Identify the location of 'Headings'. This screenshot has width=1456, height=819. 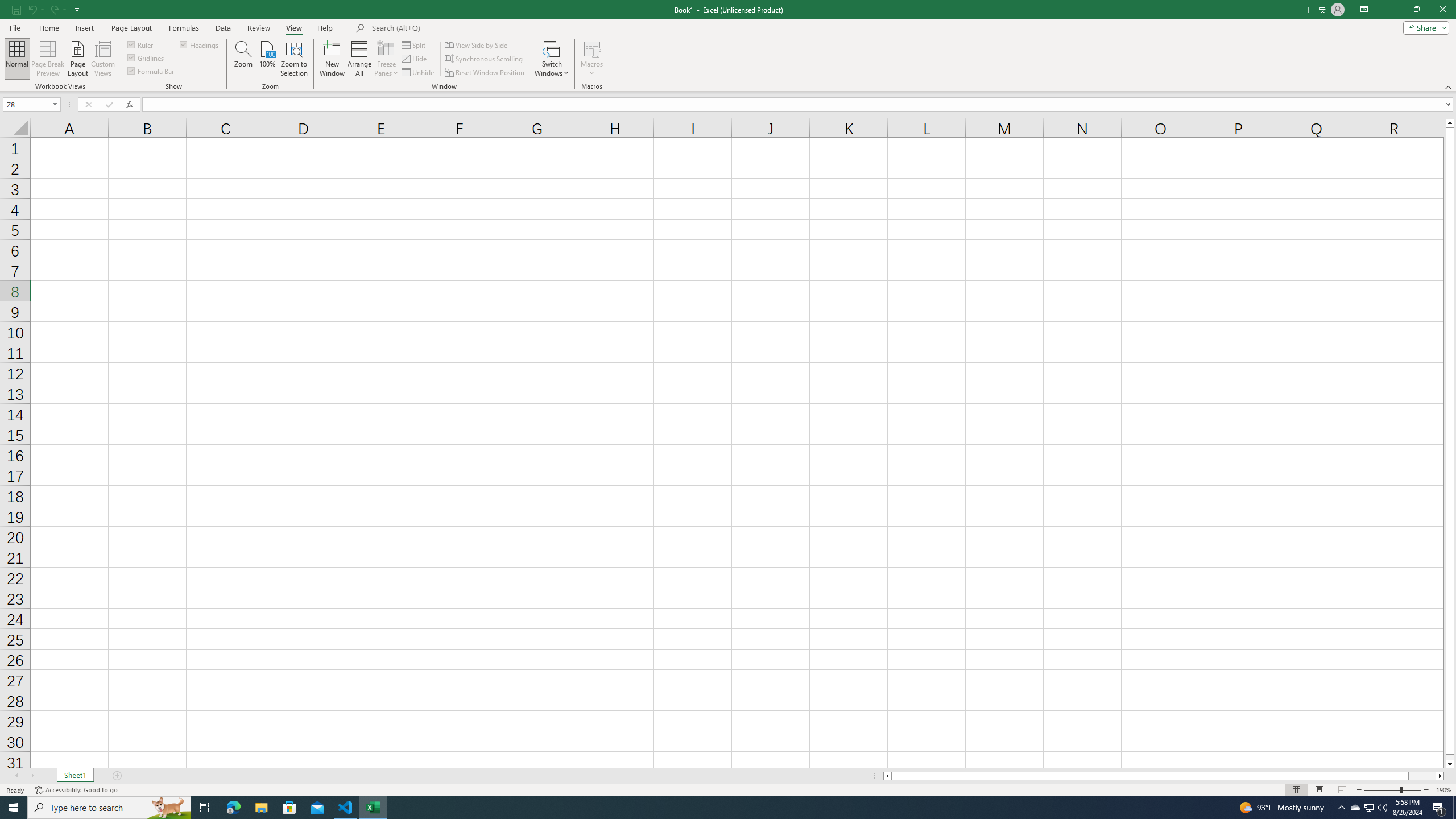
(200, 44).